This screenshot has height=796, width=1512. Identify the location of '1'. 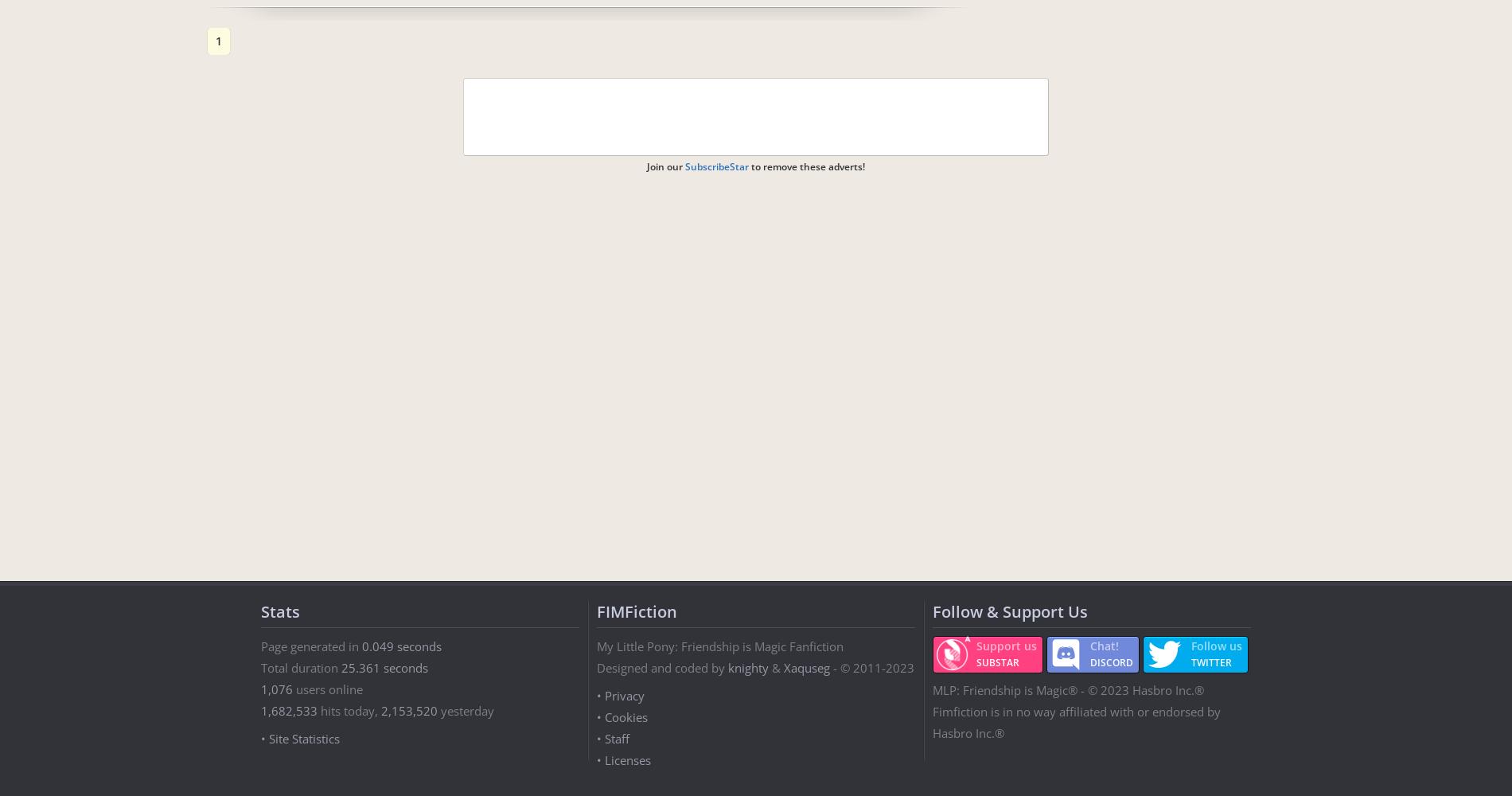
(216, 41).